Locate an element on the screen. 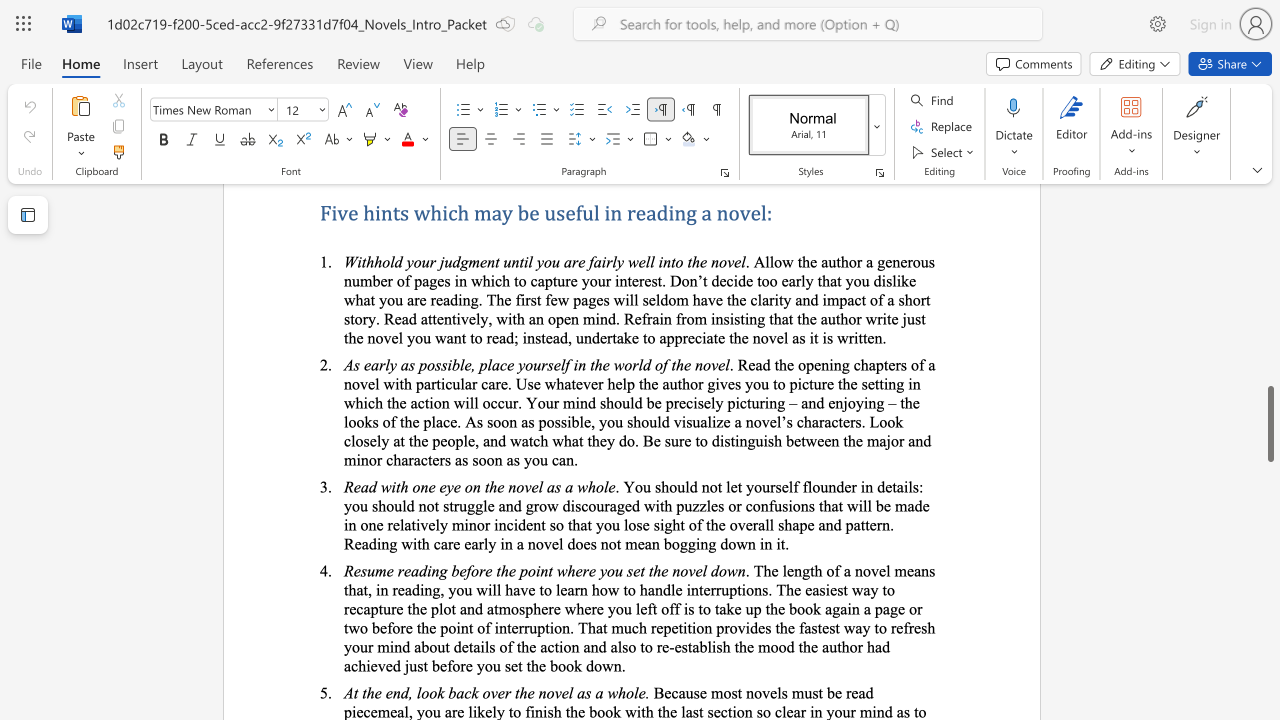 This screenshot has width=1280, height=720. the scrollbar to move the content higher is located at coordinates (1269, 328).